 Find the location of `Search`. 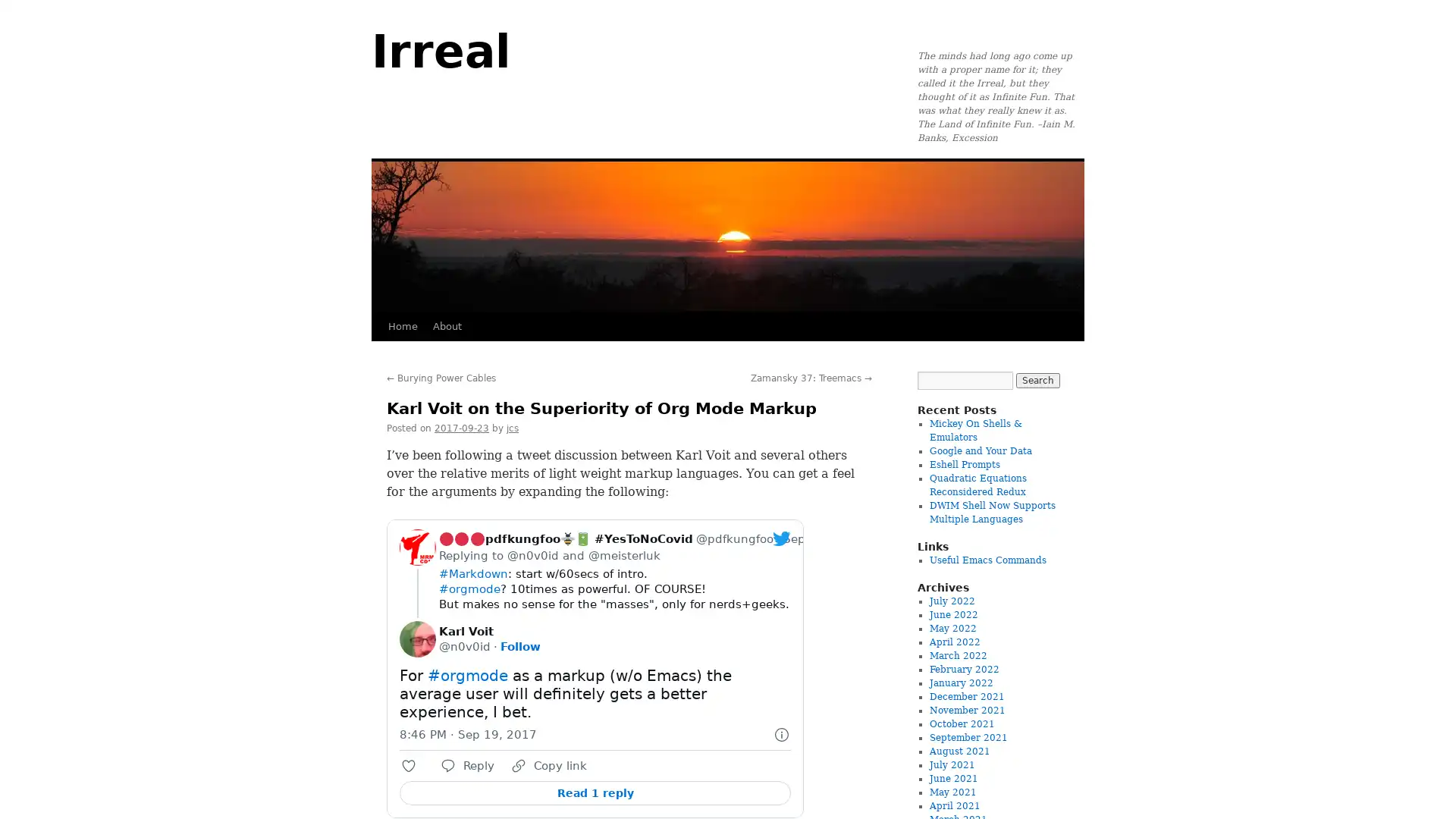

Search is located at coordinates (1037, 379).